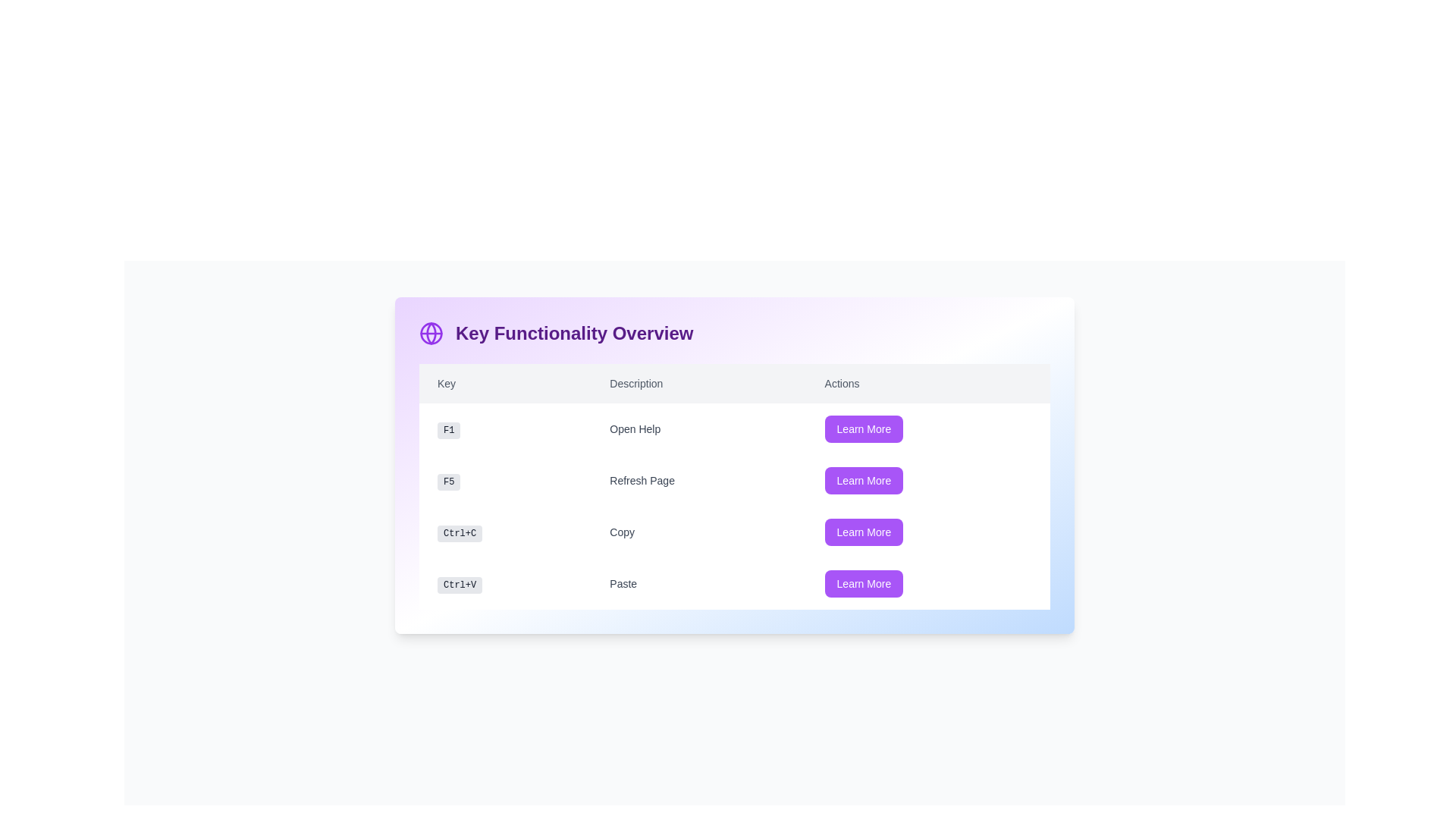 The image size is (1456, 819). I want to click on the textual header displaying 'Key Functionality Overview', which is styled in bold, large purple font and positioned at the top of the content section, so click(573, 332).